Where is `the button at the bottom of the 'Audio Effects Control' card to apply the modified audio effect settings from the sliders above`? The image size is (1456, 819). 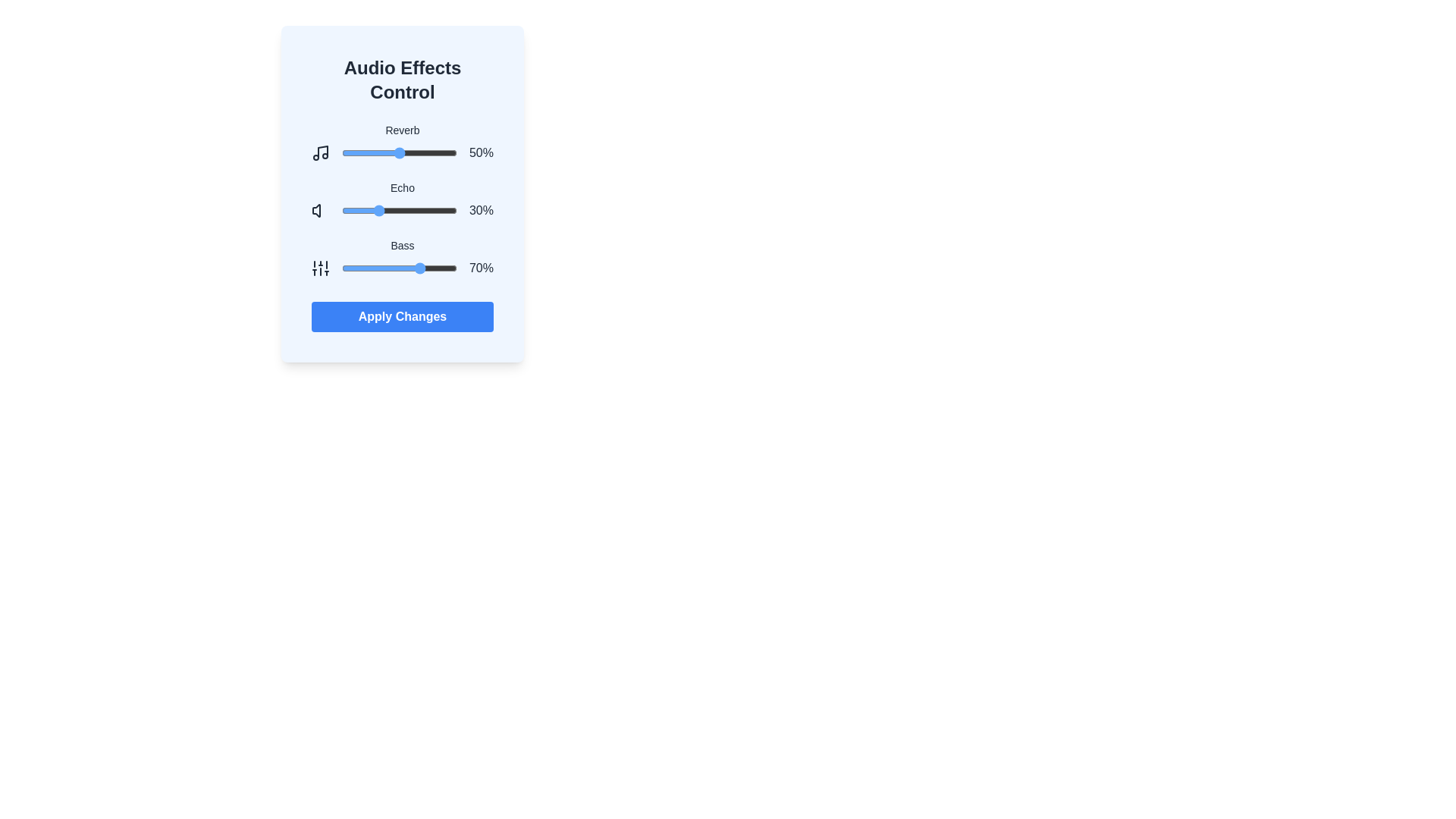 the button at the bottom of the 'Audio Effects Control' card to apply the modified audio effect settings from the sliders above is located at coordinates (403, 315).